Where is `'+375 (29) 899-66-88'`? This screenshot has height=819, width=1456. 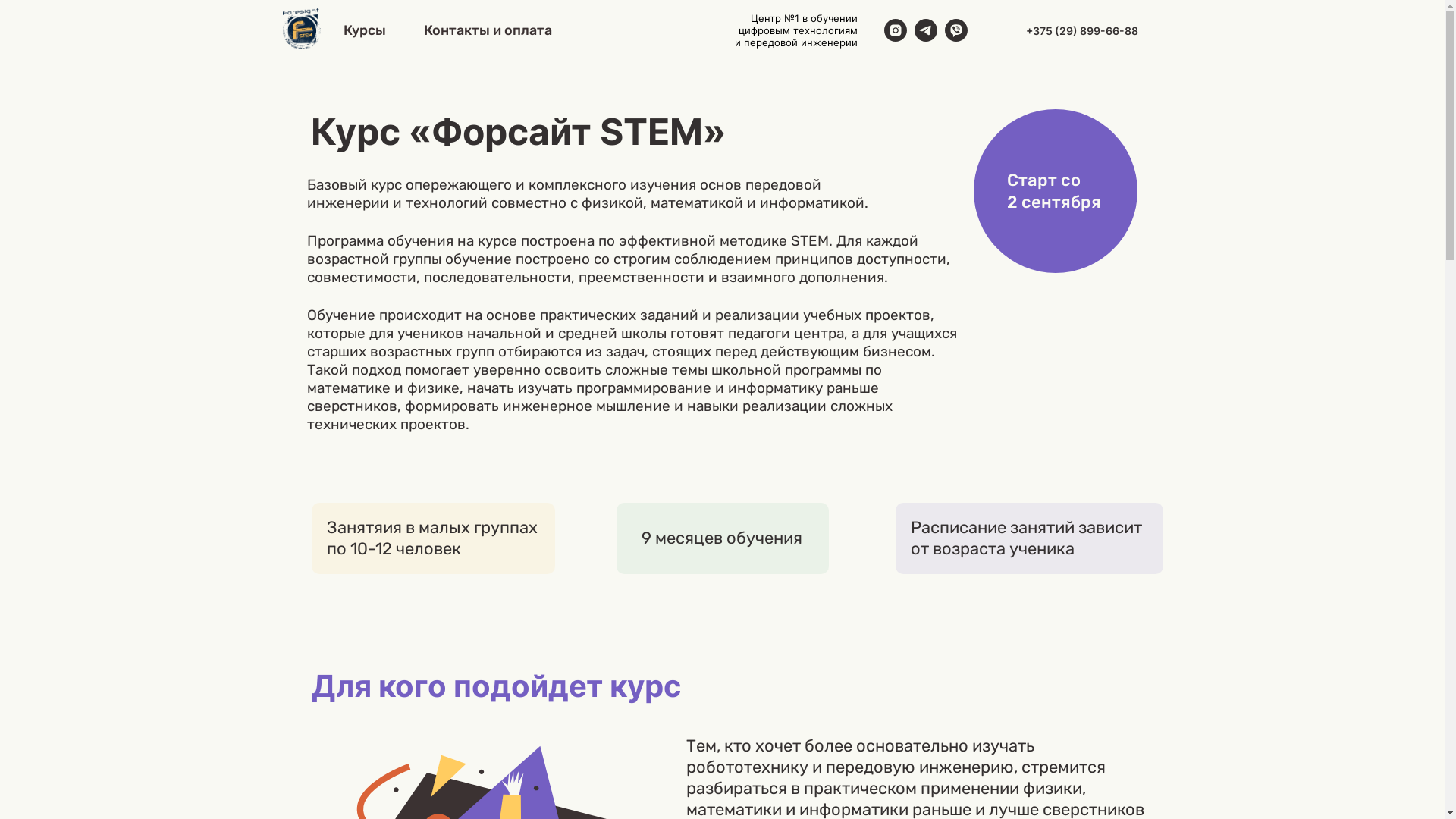
'+375 (29) 899-66-88' is located at coordinates (1080, 30).